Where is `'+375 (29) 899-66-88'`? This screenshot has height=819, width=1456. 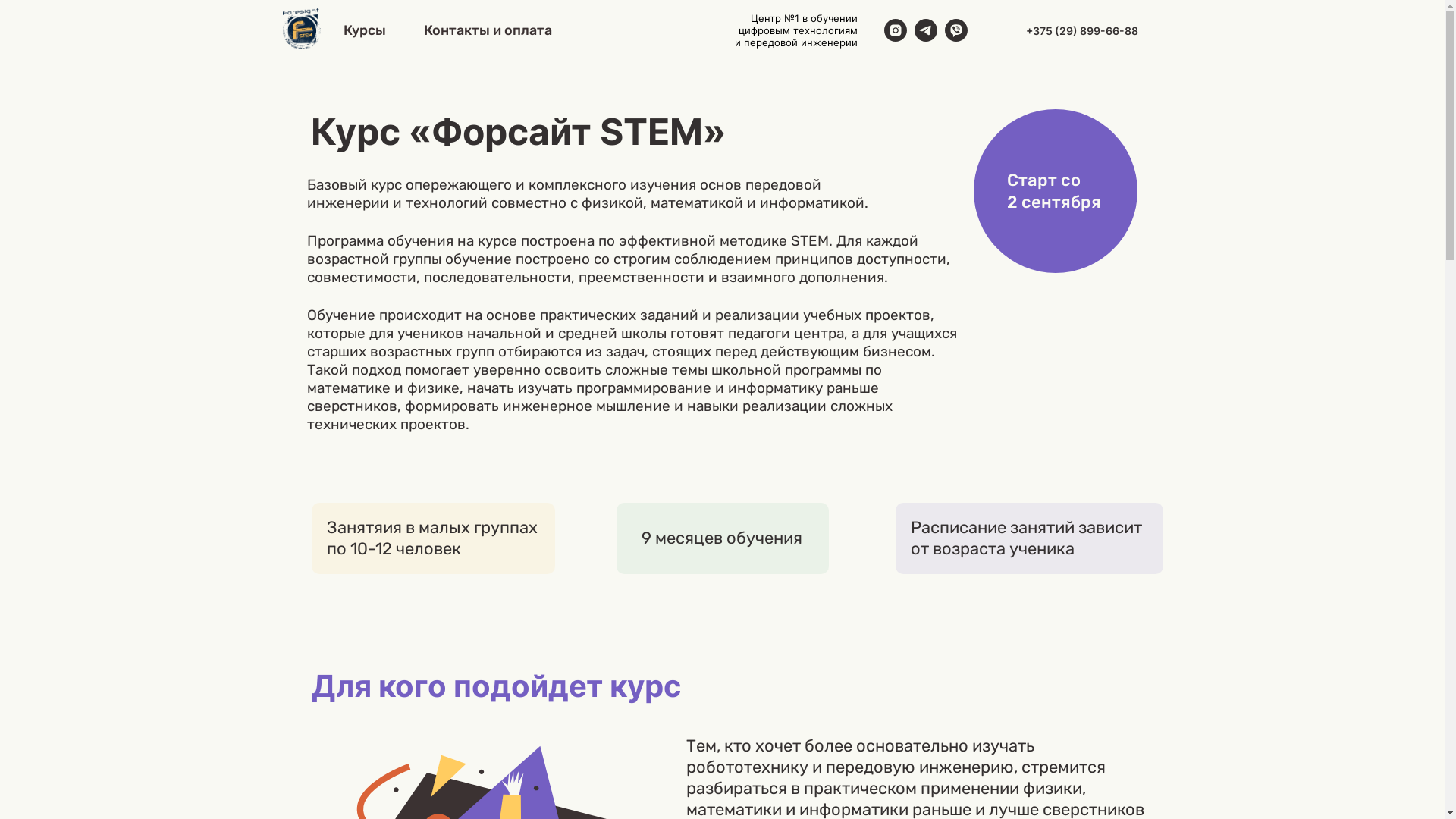
'+375 (29) 899-66-88' is located at coordinates (1080, 30).